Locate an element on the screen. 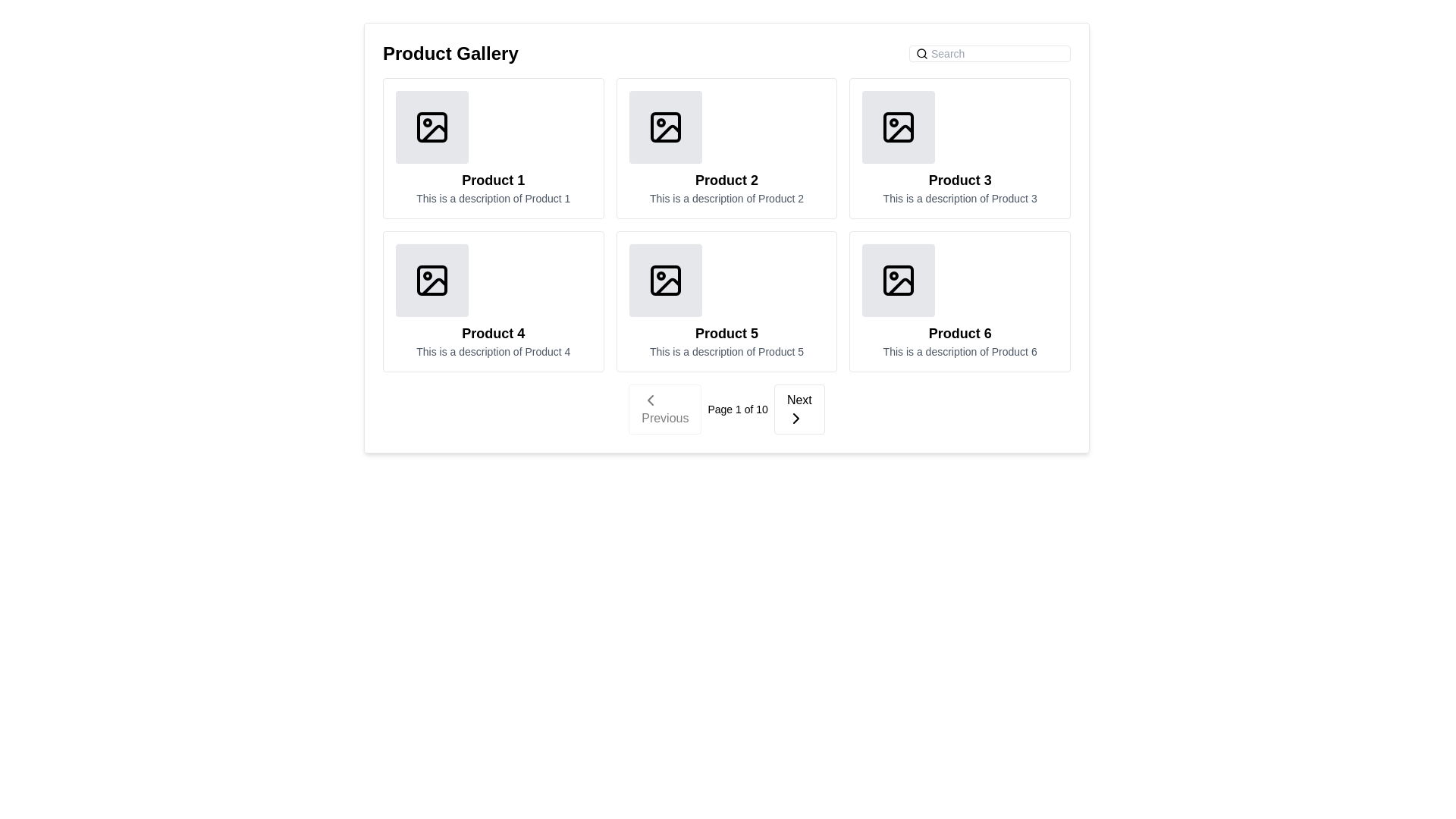  description text that is styled in a small font size and light gray color, which reads 'This is a description of Product 6', located below the title of 'Product 6' in a bordered and rounded box layout is located at coordinates (959, 351).